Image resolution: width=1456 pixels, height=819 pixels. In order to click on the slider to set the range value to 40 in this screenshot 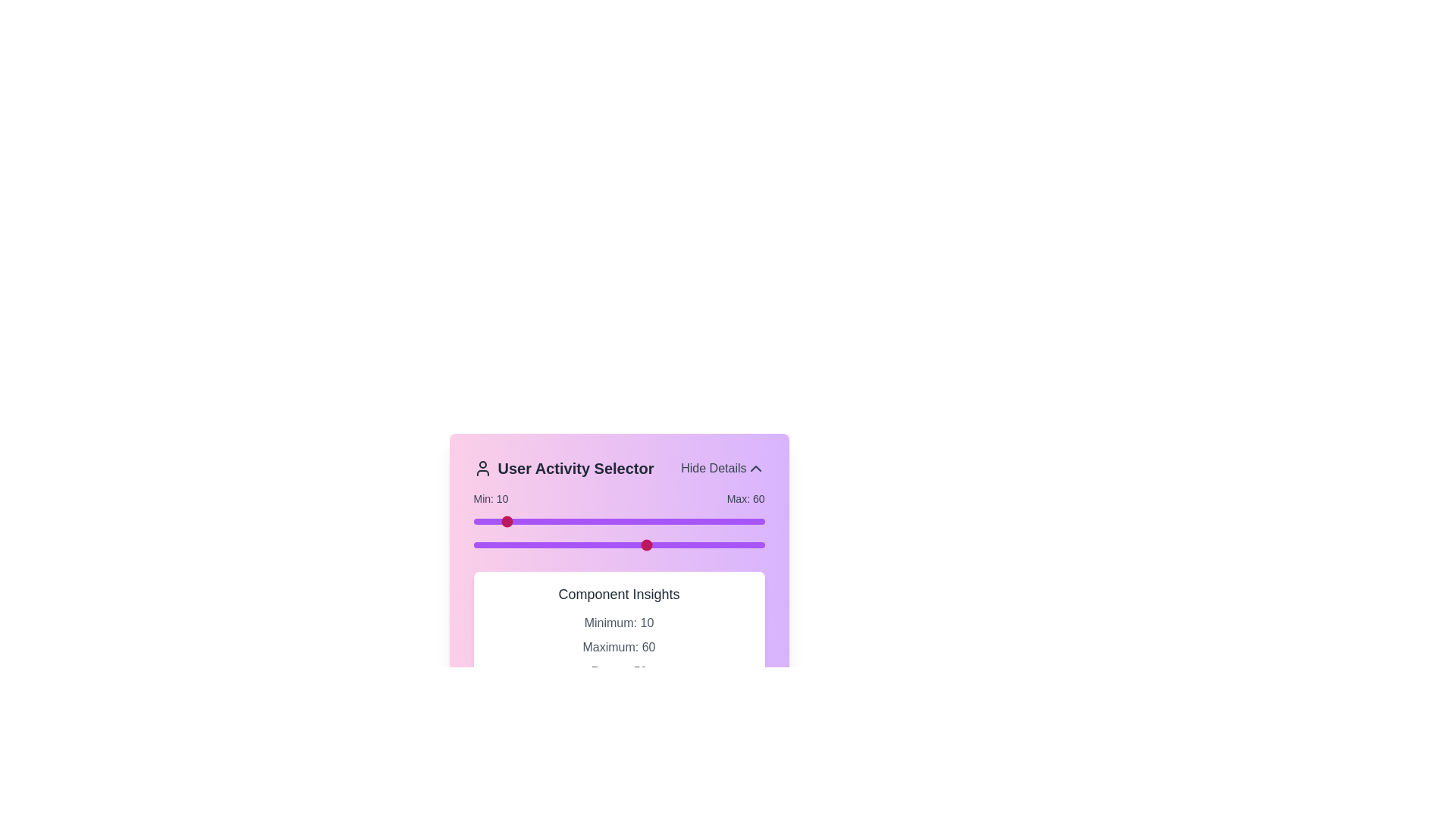, I will do `click(589, 520)`.